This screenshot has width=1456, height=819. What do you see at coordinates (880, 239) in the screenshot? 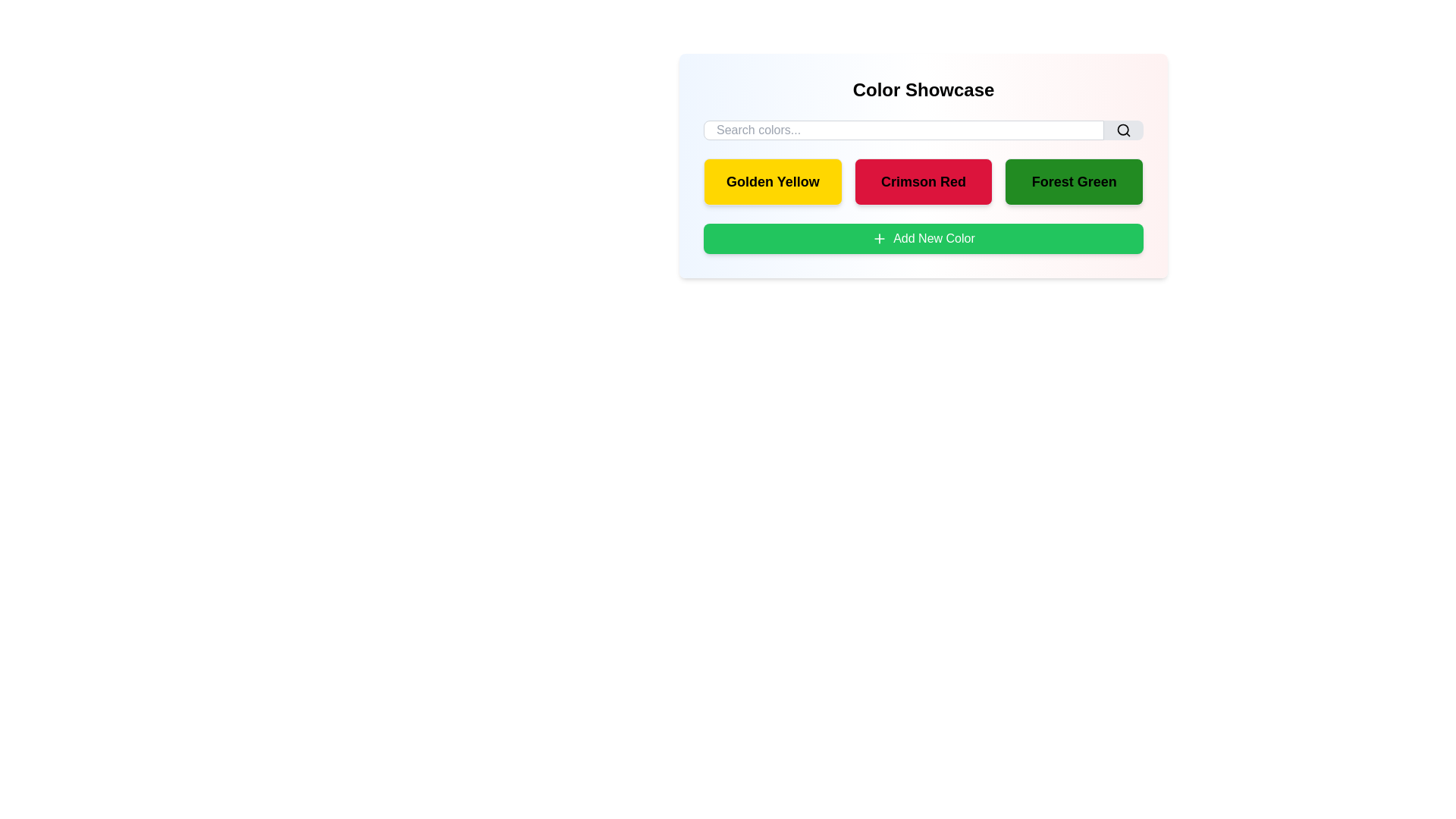
I see `the SVG icon inside the green button labeled 'Add New Color' to initiate the add action` at bounding box center [880, 239].